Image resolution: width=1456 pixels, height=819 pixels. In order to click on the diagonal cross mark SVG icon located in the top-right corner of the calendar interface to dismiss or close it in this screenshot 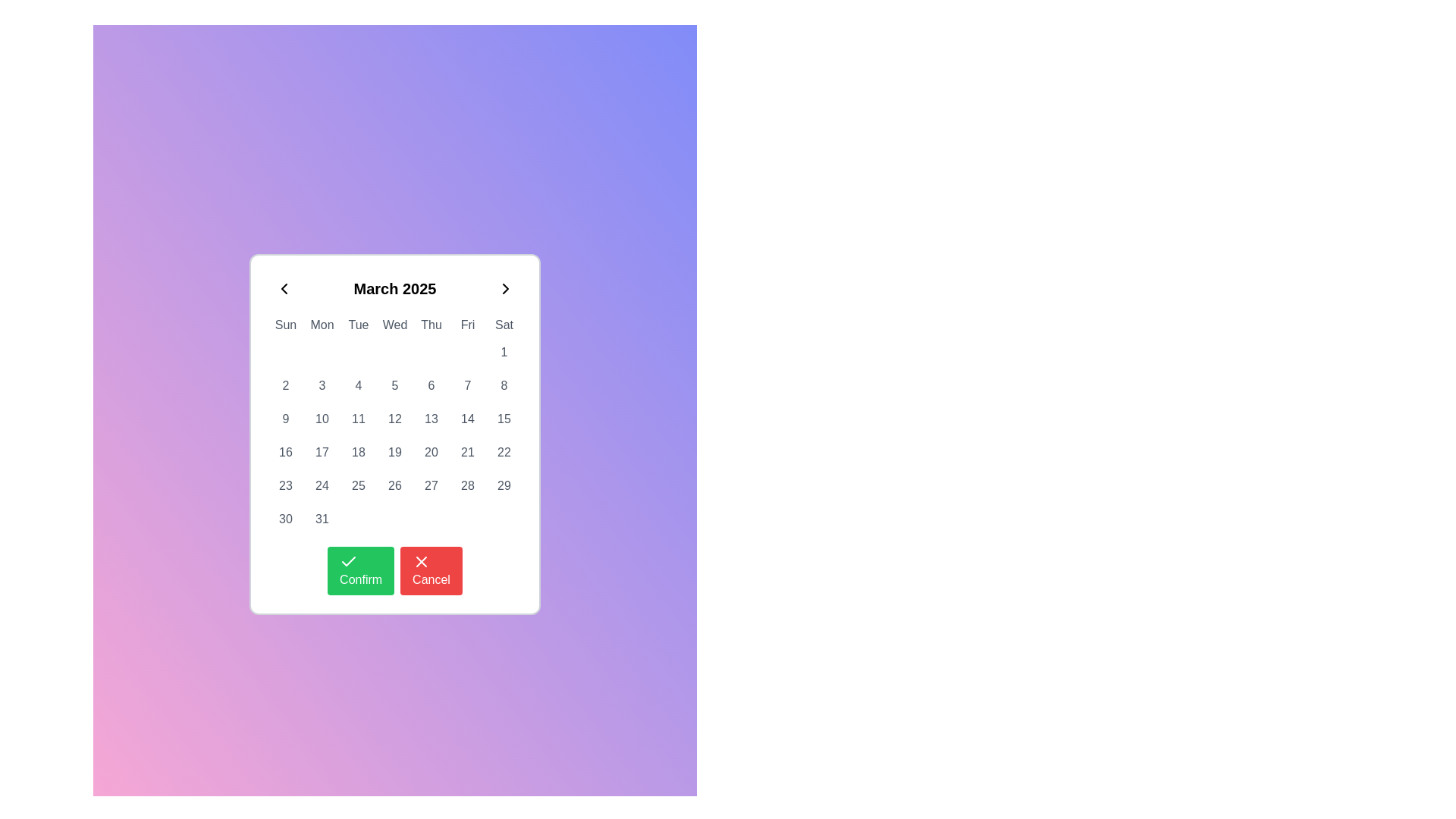, I will do `click(422, 561)`.